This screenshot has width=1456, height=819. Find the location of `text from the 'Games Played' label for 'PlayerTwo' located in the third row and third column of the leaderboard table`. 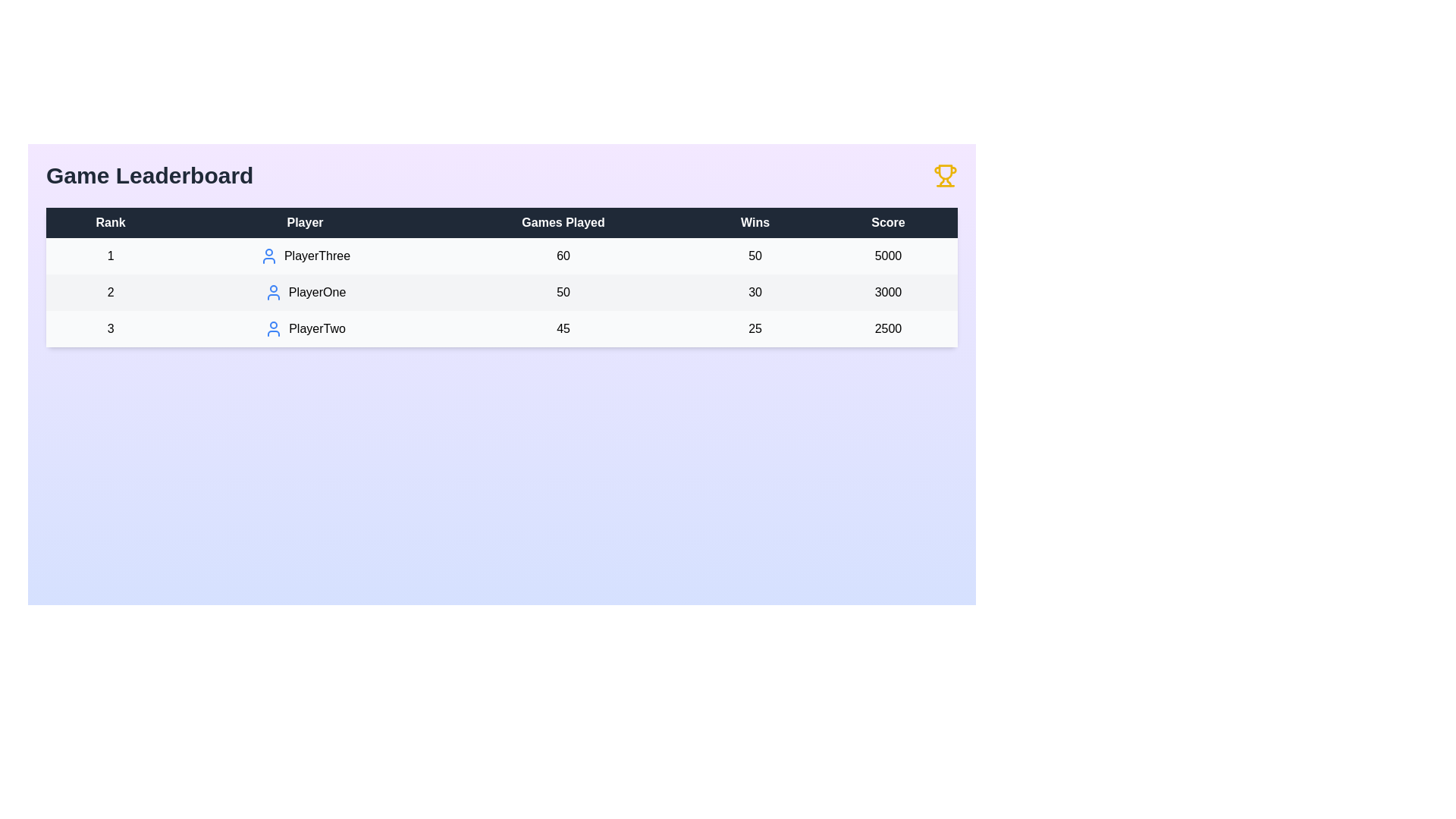

text from the 'Games Played' label for 'PlayerTwo' located in the third row and third column of the leaderboard table is located at coordinates (563, 328).